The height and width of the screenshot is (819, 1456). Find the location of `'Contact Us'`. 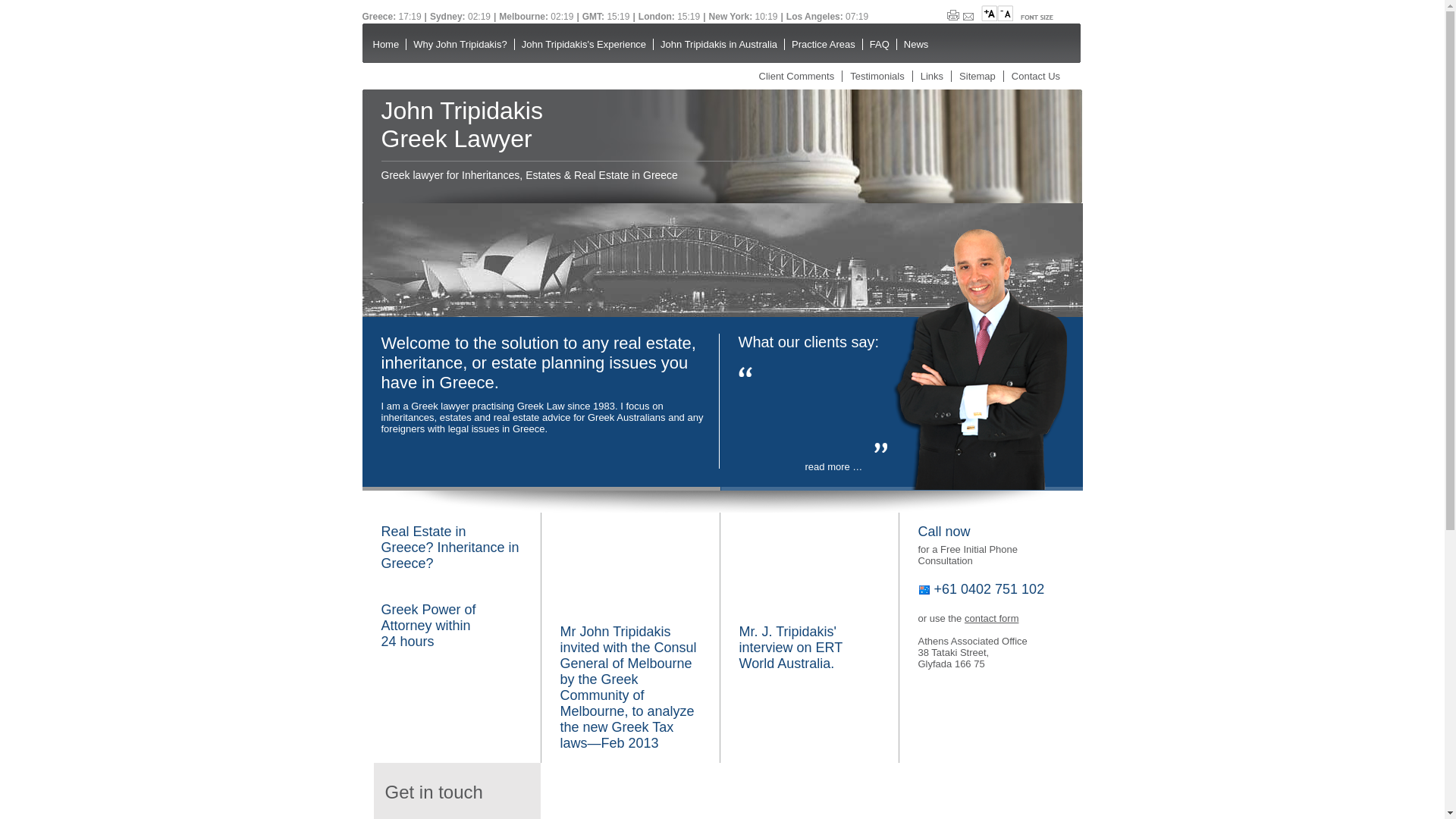

'Contact Us' is located at coordinates (1035, 76).